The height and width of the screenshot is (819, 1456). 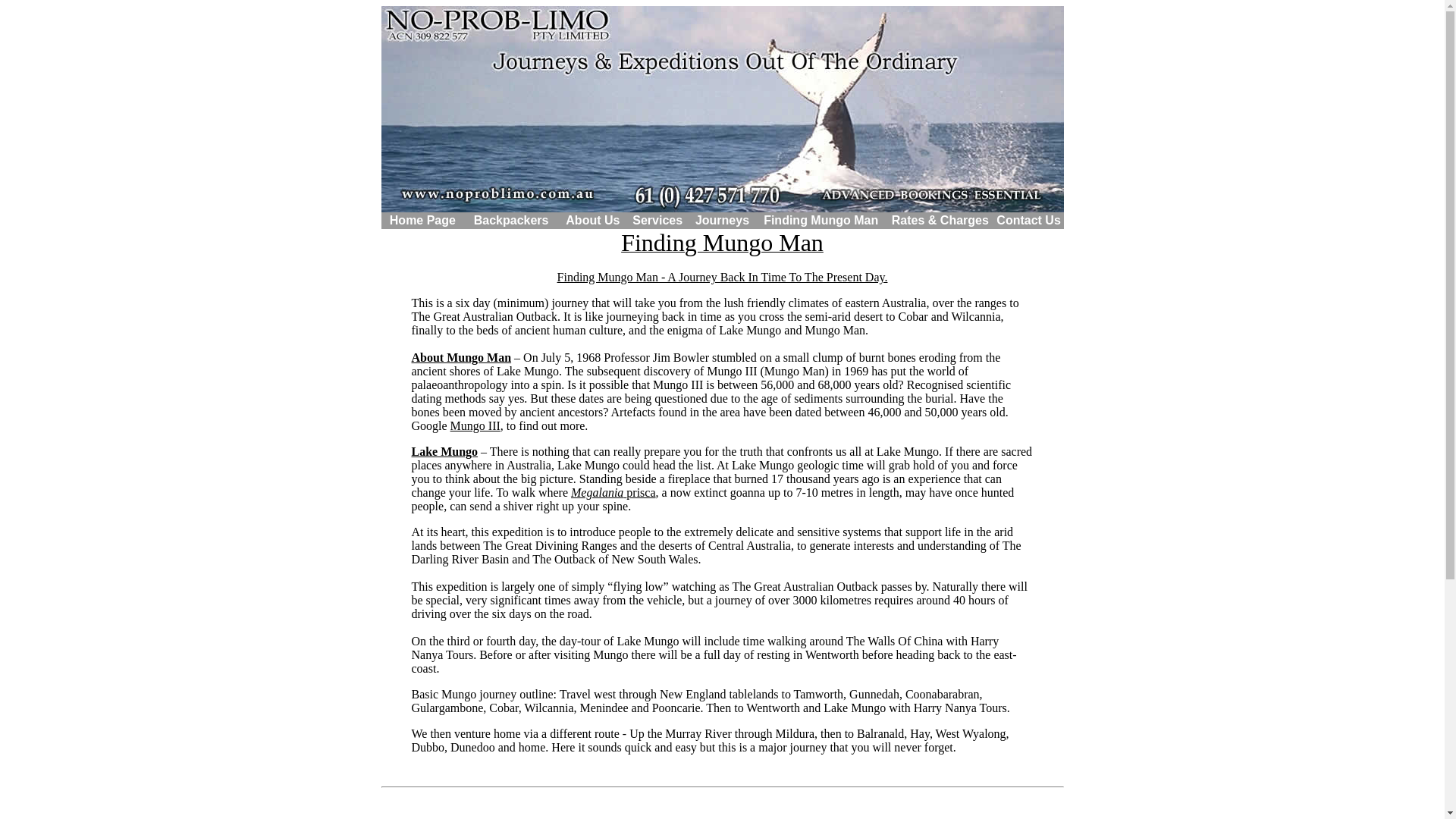 I want to click on 'Journeys', so click(x=721, y=220).